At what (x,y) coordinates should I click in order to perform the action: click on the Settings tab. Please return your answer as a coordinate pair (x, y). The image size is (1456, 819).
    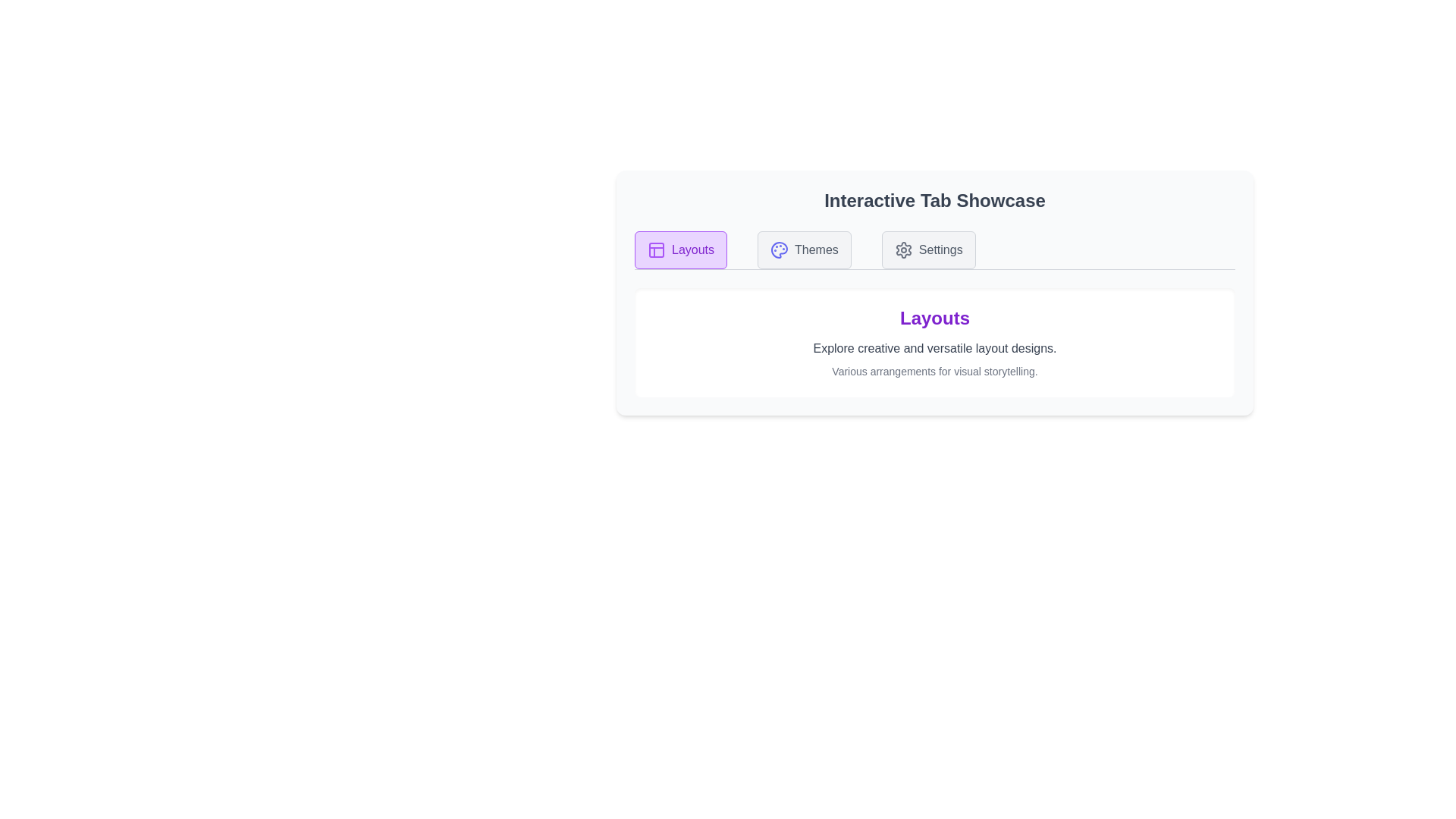
    Looking at the image, I should click on (927, 249).